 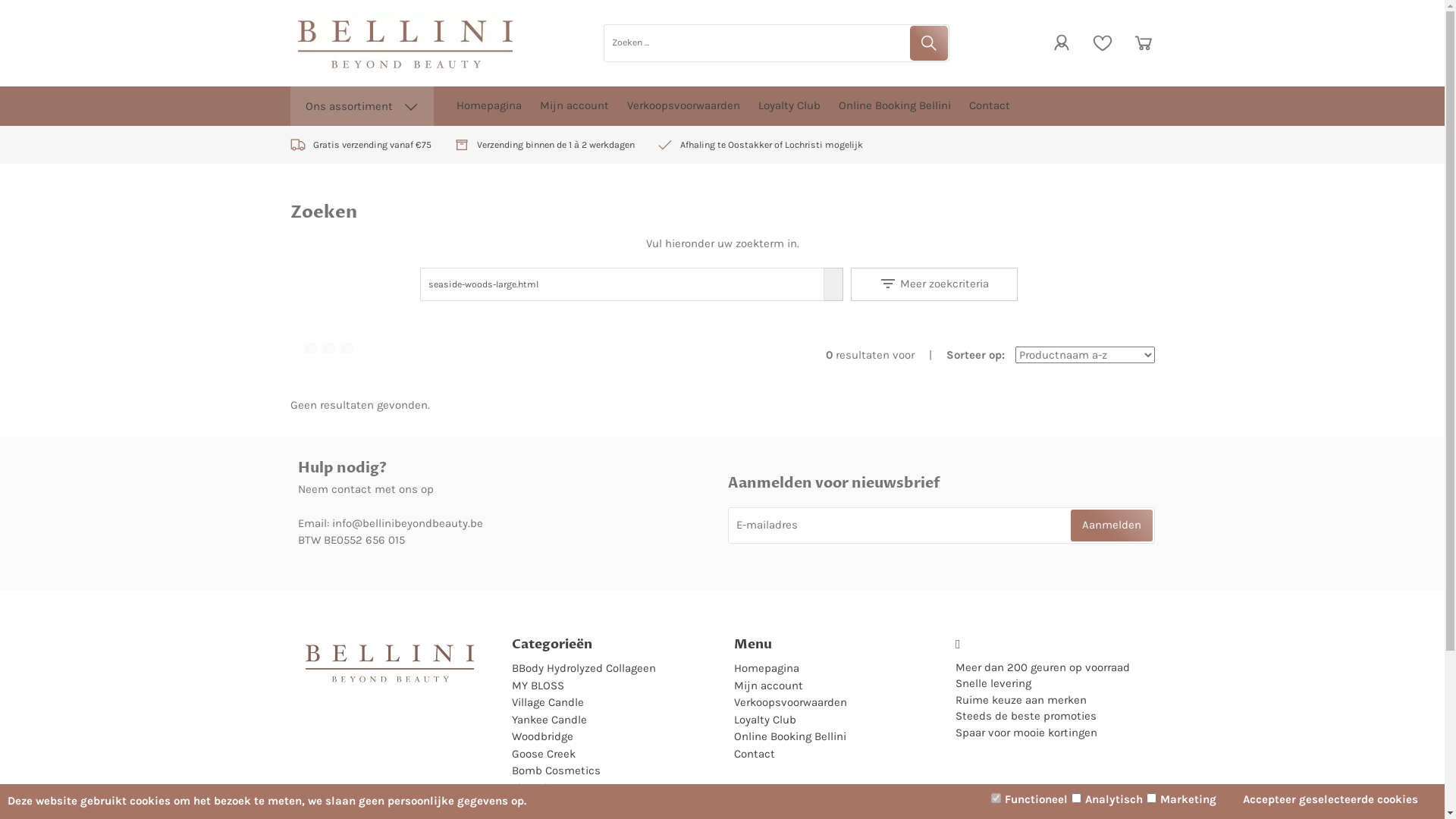 What do you see at coordinates (512, 770) in the screenshot?
I see `'Bomb Cosmetics'` at bounding box center [512, 770].